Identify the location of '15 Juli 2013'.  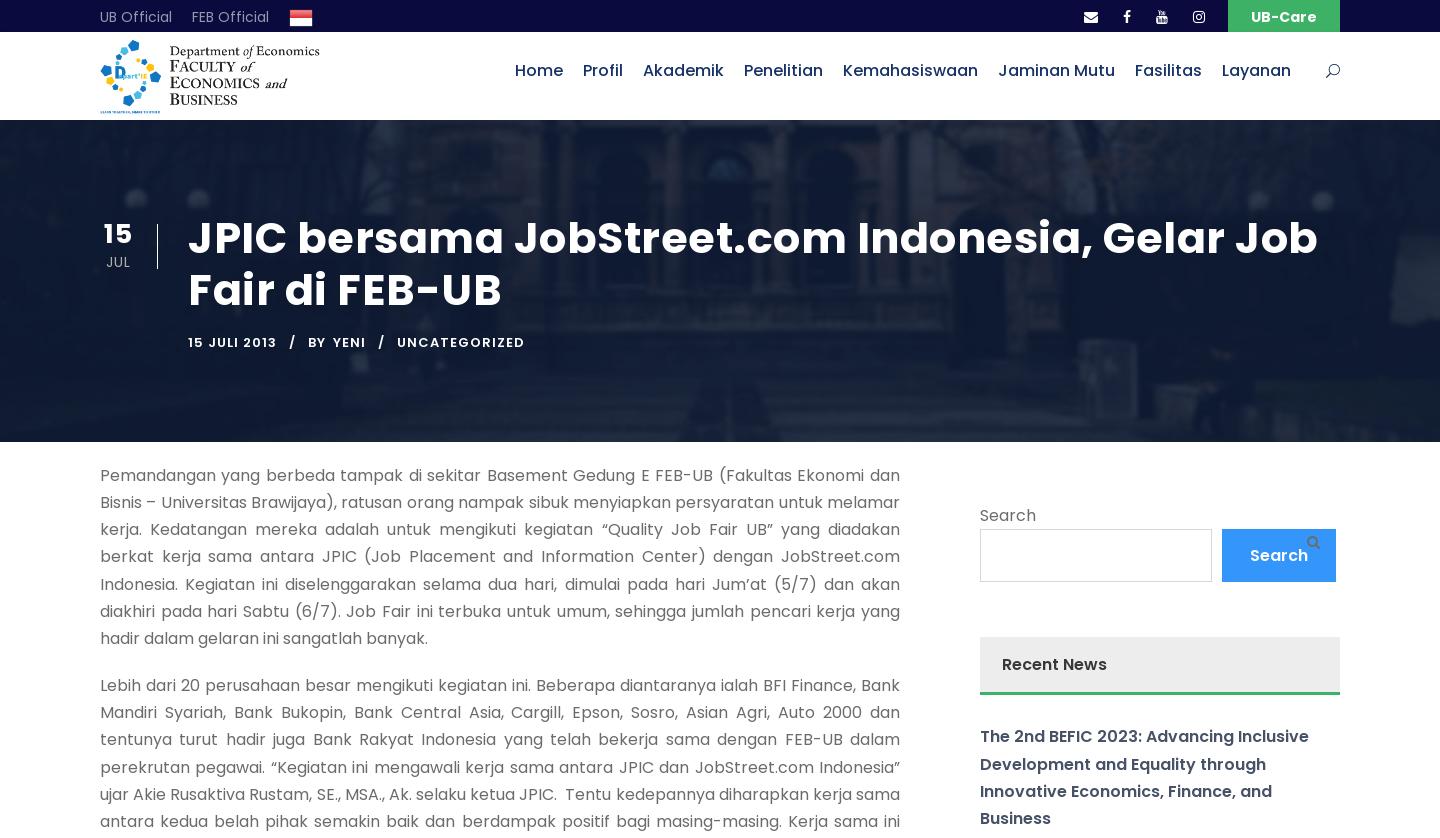
(232, 340).